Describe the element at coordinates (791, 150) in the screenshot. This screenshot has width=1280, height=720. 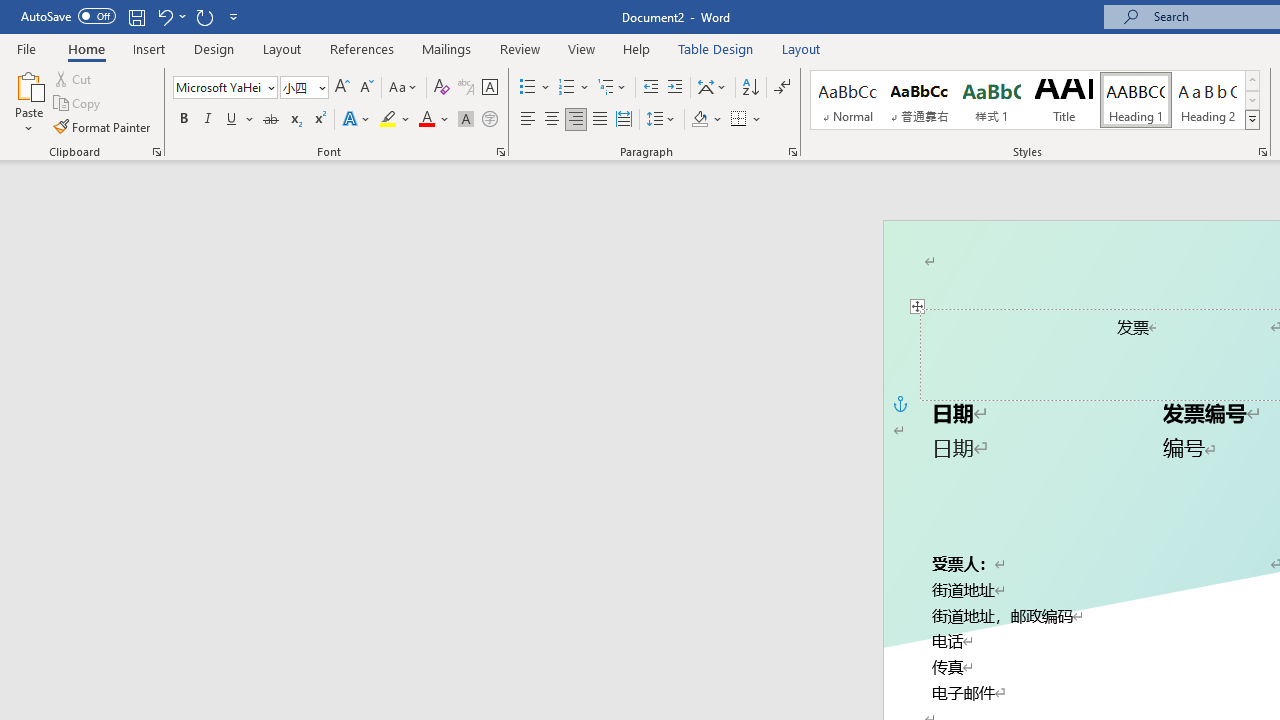
I see `'Paragraph...'` at that location.